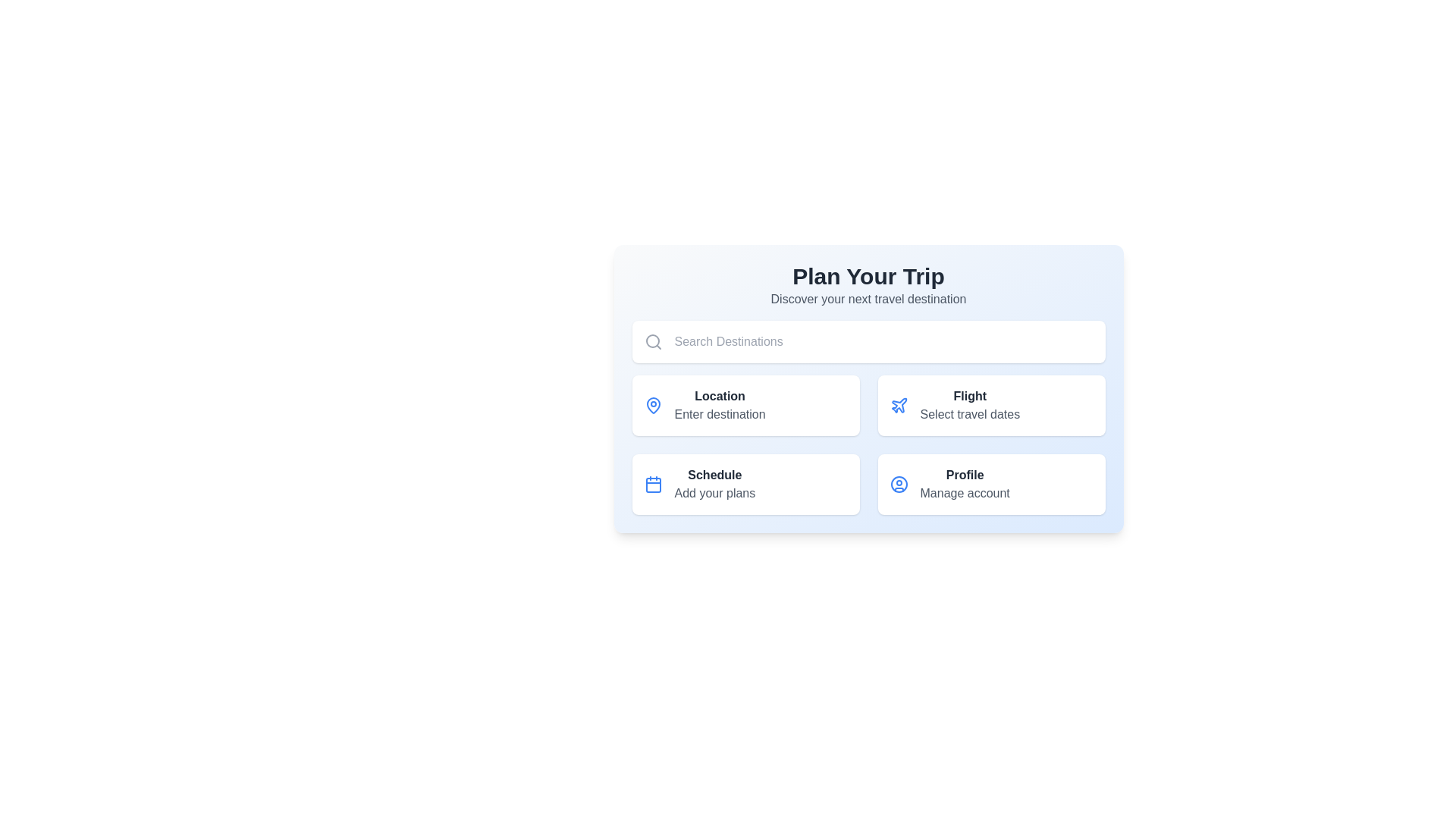  I want to click on textual heading that says 'Plan Your Trip' and 'Discover your next travel destination', which is visually prominent at the top of the main content area, so click(868, 286).